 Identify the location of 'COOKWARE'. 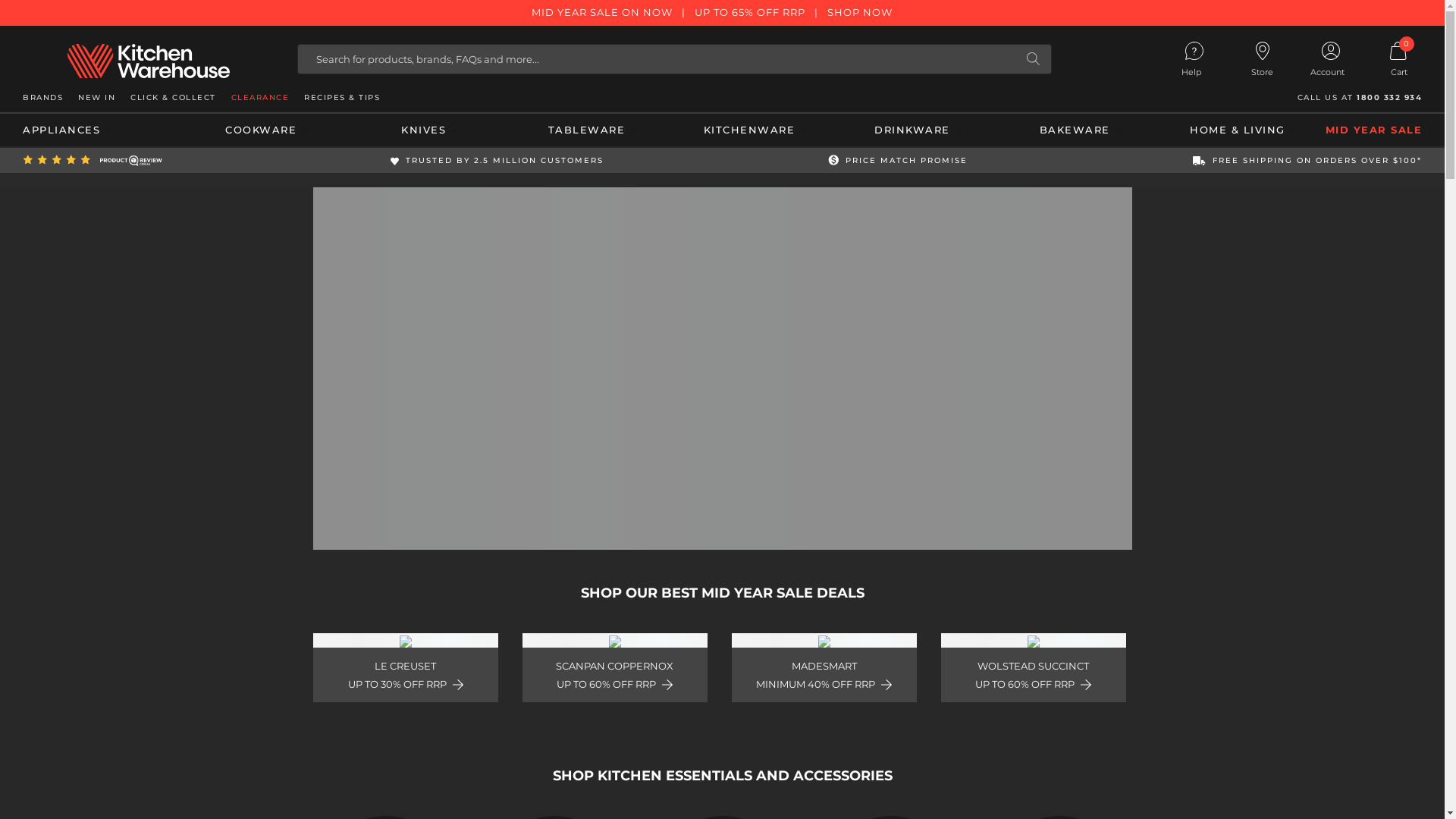
(184, 130).